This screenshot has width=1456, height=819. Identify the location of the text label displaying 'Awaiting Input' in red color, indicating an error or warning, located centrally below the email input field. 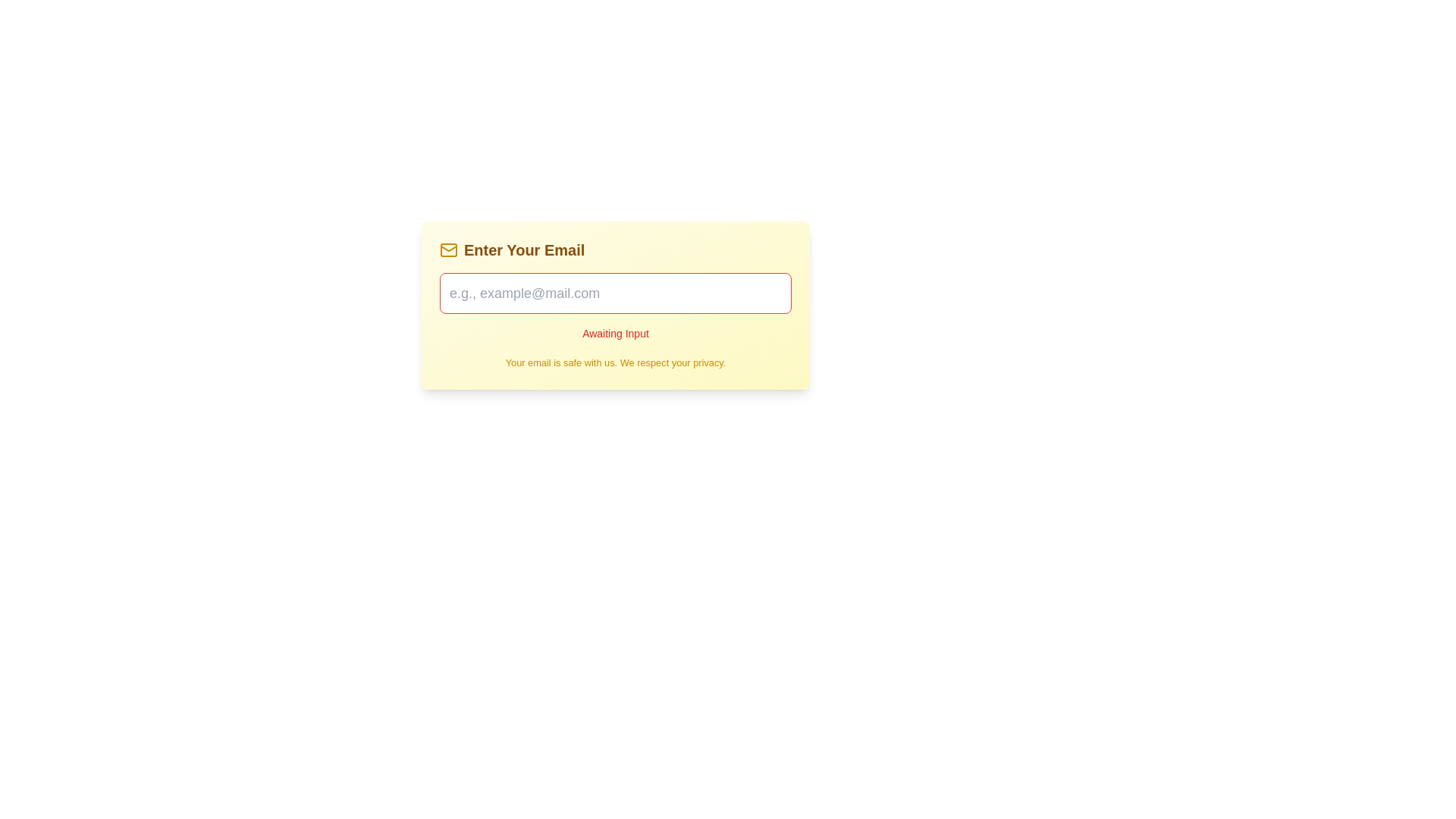
(615, 307).